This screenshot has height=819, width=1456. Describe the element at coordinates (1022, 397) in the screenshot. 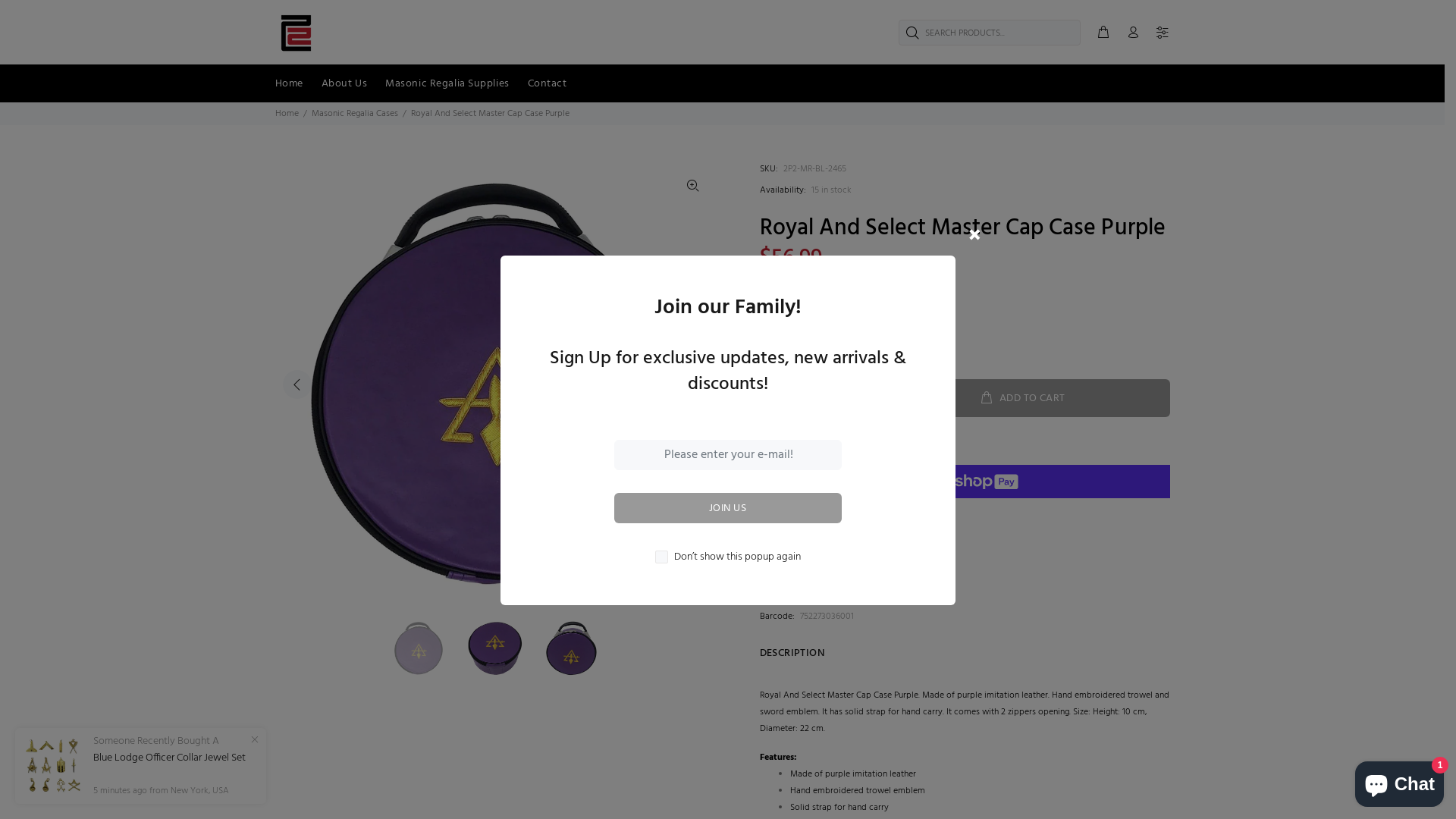

I see `'ADD TO CART'` at that location.